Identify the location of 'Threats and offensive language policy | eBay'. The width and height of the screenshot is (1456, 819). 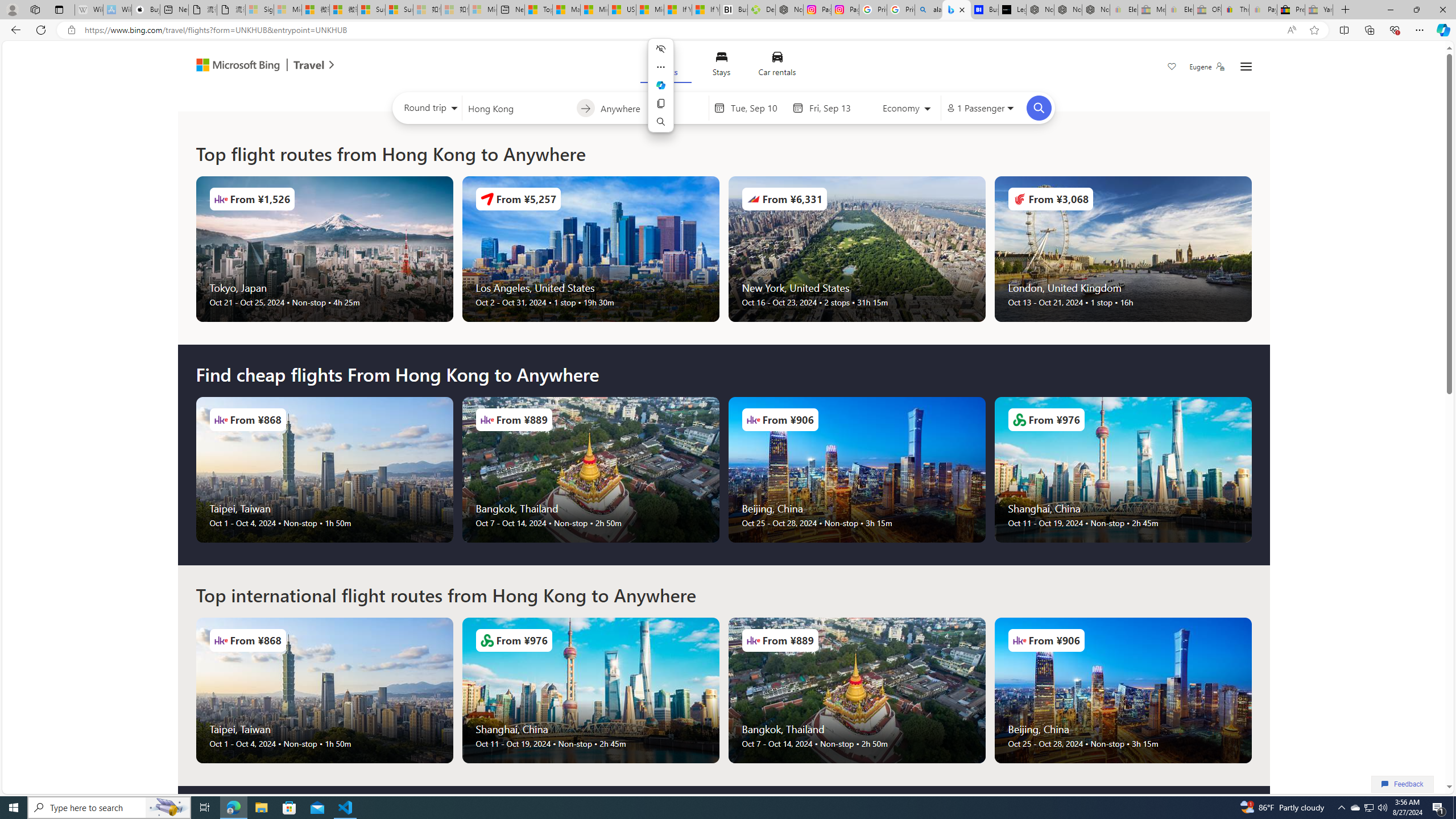
(1235, 9).